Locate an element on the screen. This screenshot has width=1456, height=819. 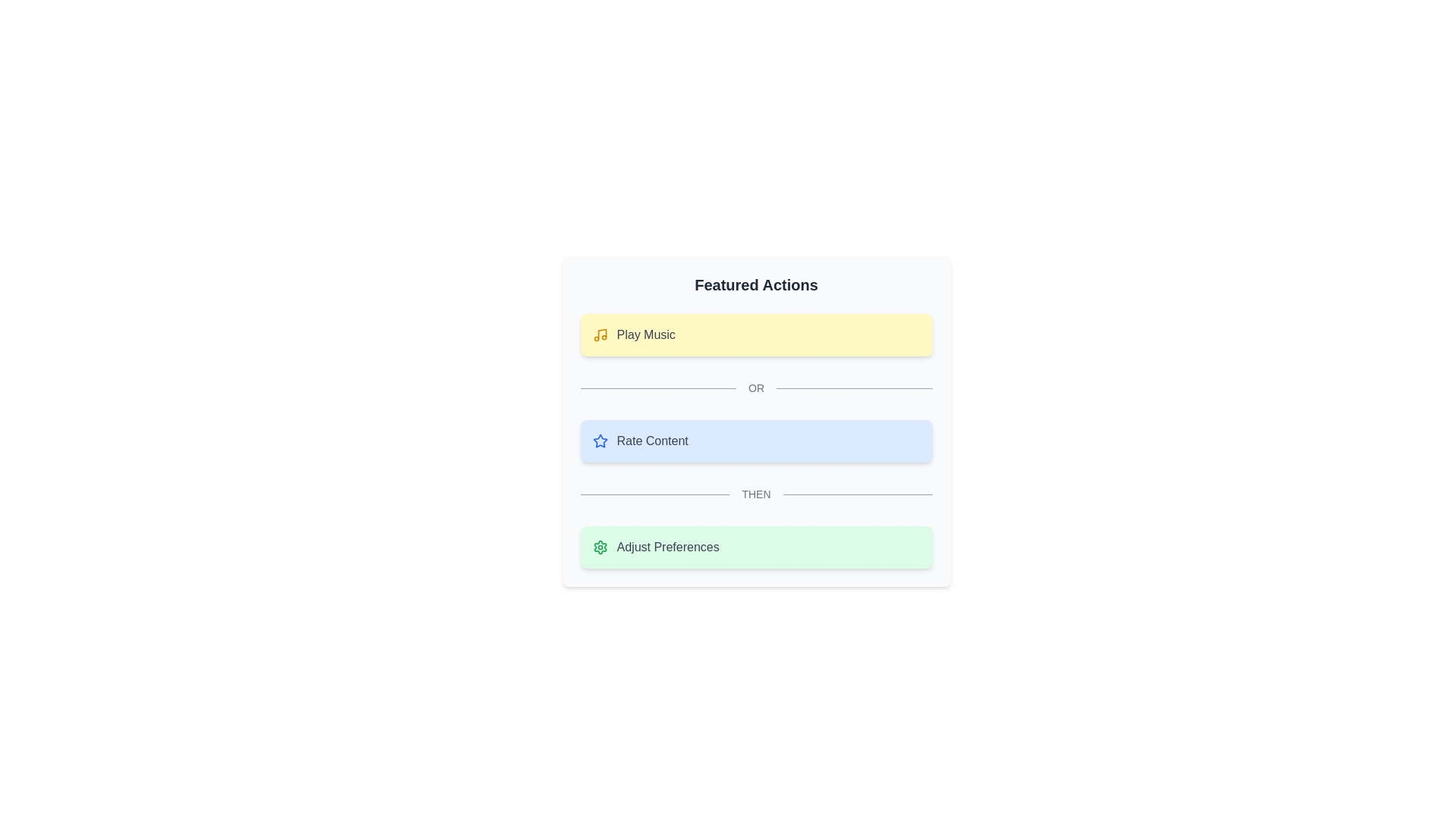
text label displaying the word 'OR' in a gray font, positioned between the 'Play Music' button and the 'Rate Content' button is located at coordinates (756, 388).